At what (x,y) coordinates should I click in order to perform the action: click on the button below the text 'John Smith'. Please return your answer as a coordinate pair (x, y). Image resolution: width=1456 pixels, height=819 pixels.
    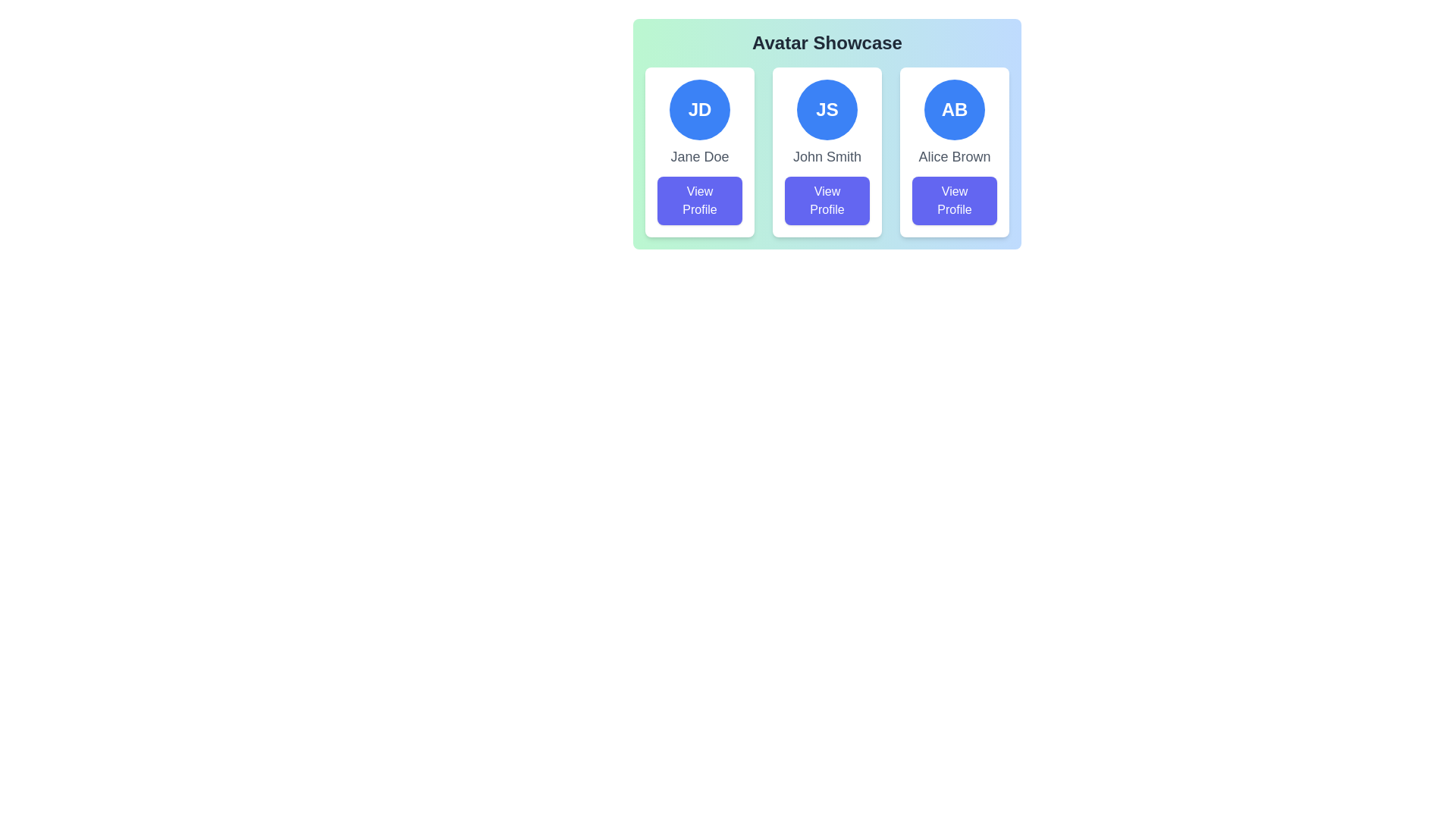
    Looking at the image, I should click on (826, 200).